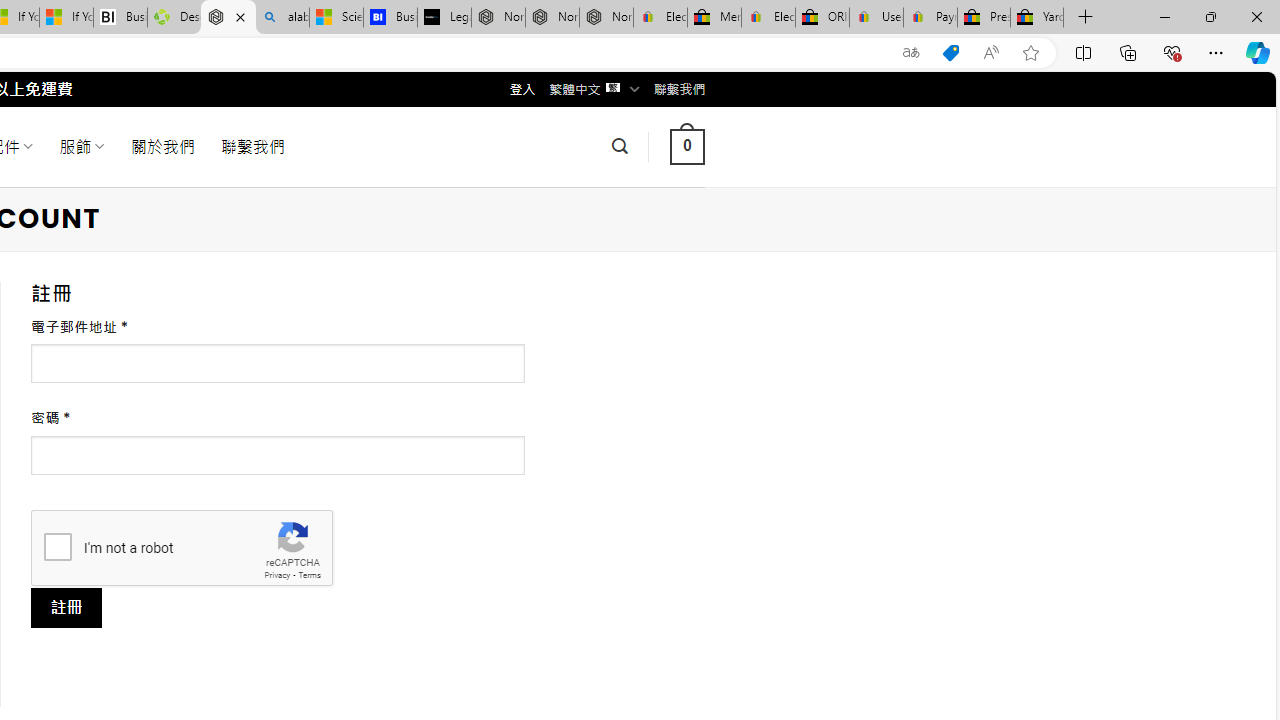 The width and height of the screenshot is (1280, 720). I want to click on 'Terms', so click(308, 575).